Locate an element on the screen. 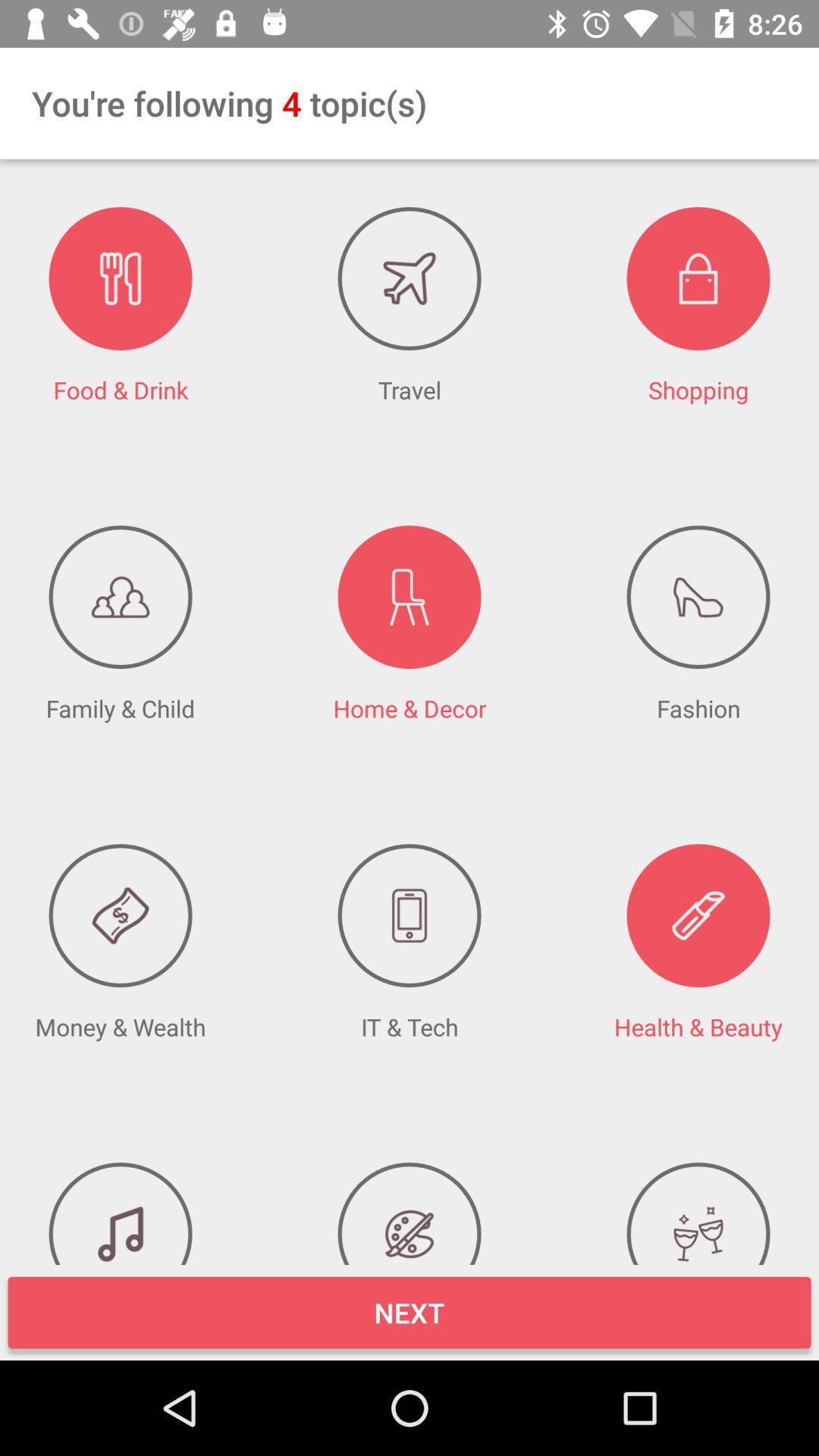  next is located at coordinates (409, 1312).